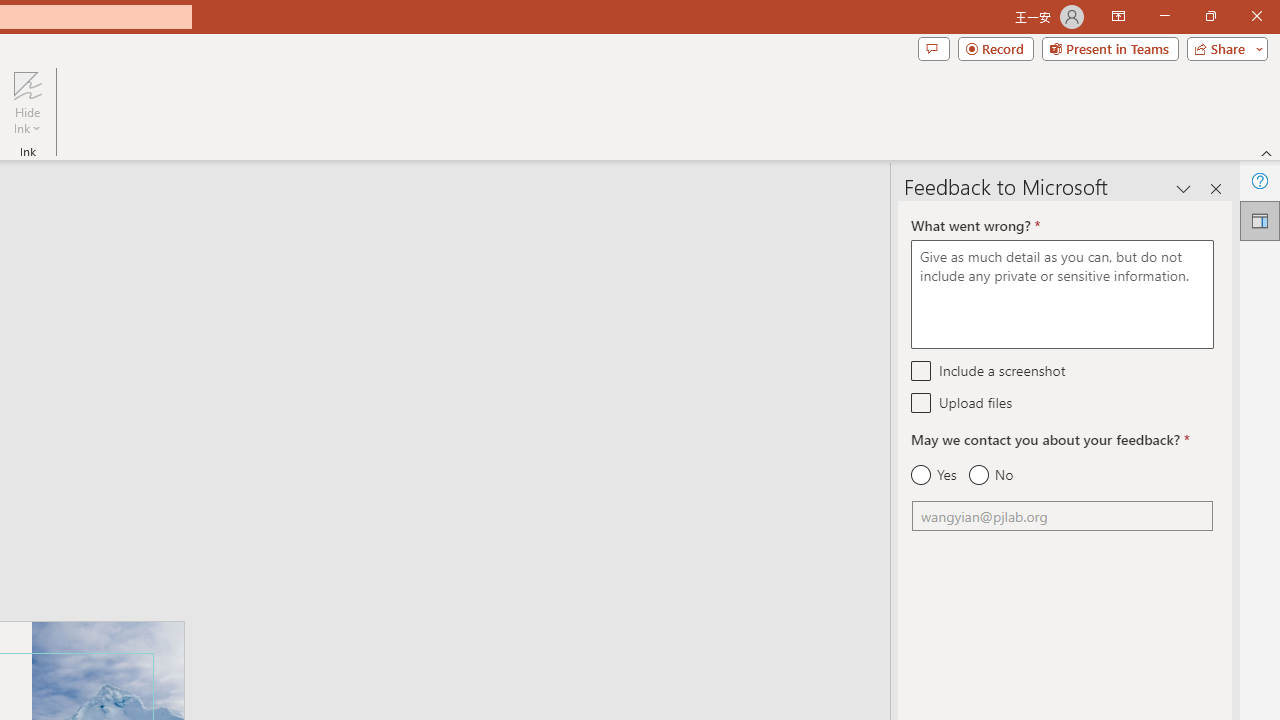 The image size is (1280, 720). What do you see at coordinates (1061, 515) in the screenshot?
I see `'Email'` at bounding box center [1061, 515].